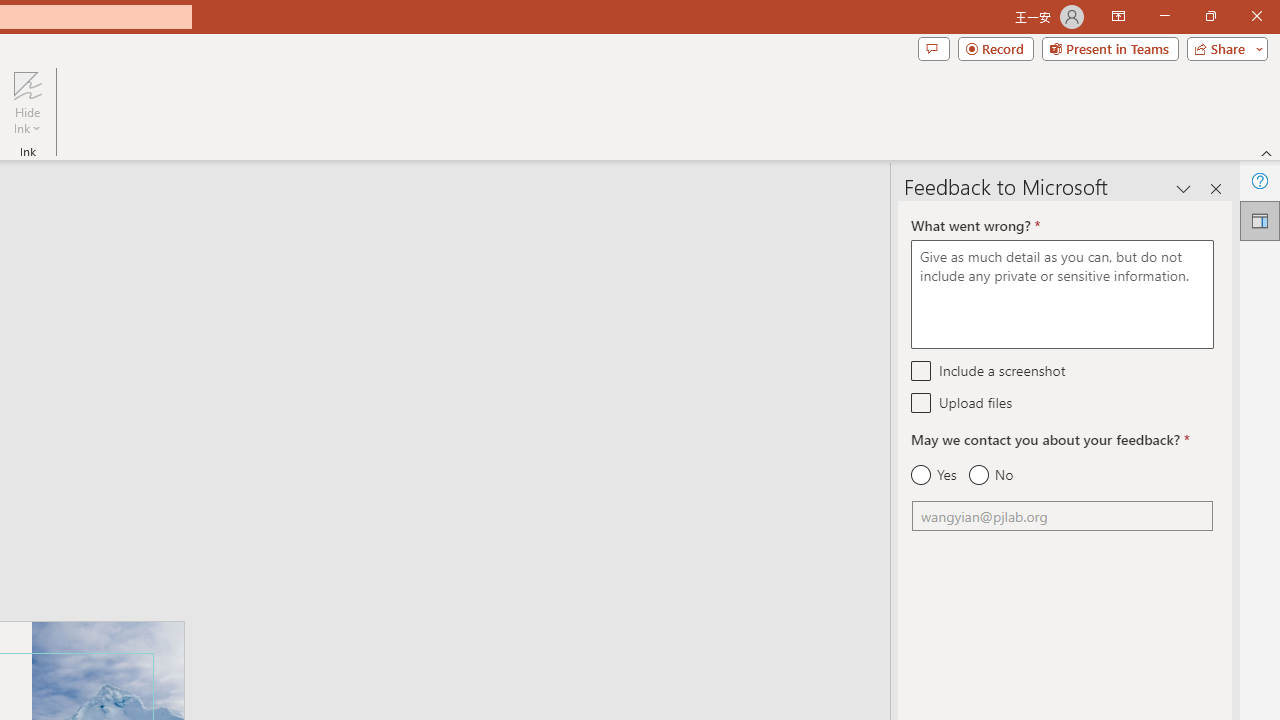 The image size is (1280, 720). What do you see at coordinates (1061, 515) in the screenshot?
I see `'Email'` at bounding box center [1061, 515].